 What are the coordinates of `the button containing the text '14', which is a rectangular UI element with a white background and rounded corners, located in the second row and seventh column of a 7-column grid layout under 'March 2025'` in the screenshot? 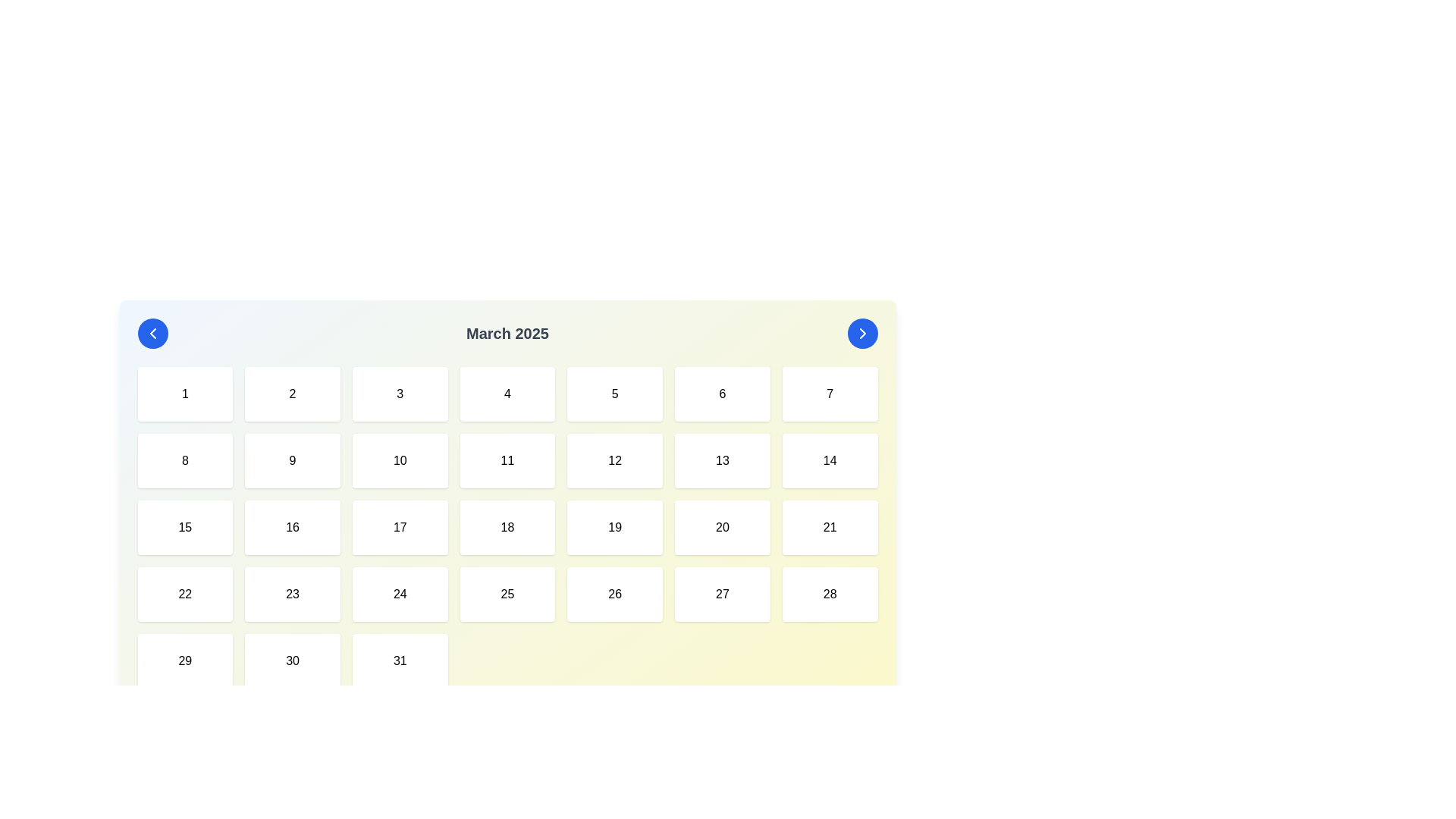 It's located at (829, 460).